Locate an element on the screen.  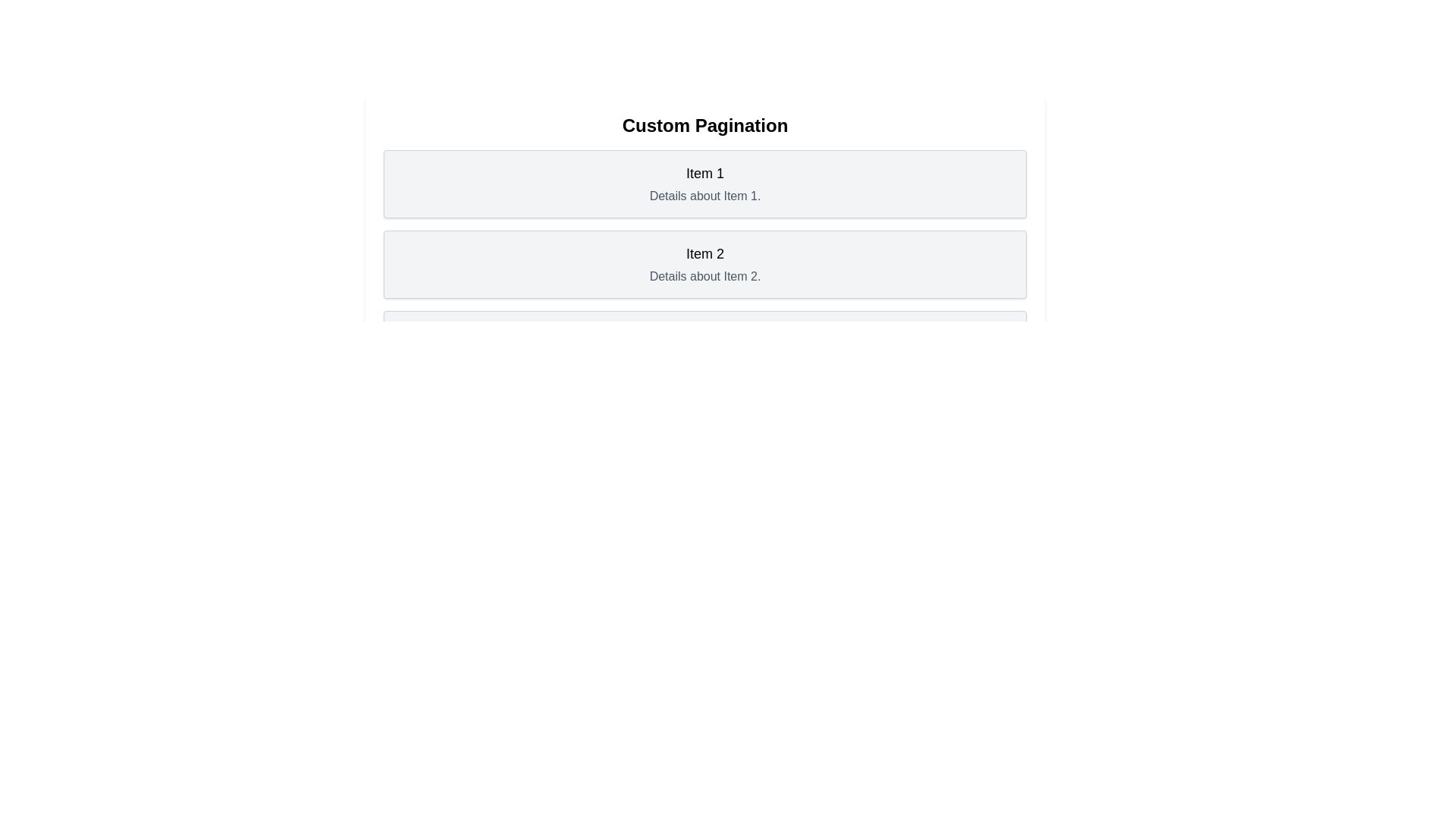
the static text that provides additional details about 'Item 2', which is located below the title 'Item 2' in a vertically stacked list is located at coordinates (704, 277).